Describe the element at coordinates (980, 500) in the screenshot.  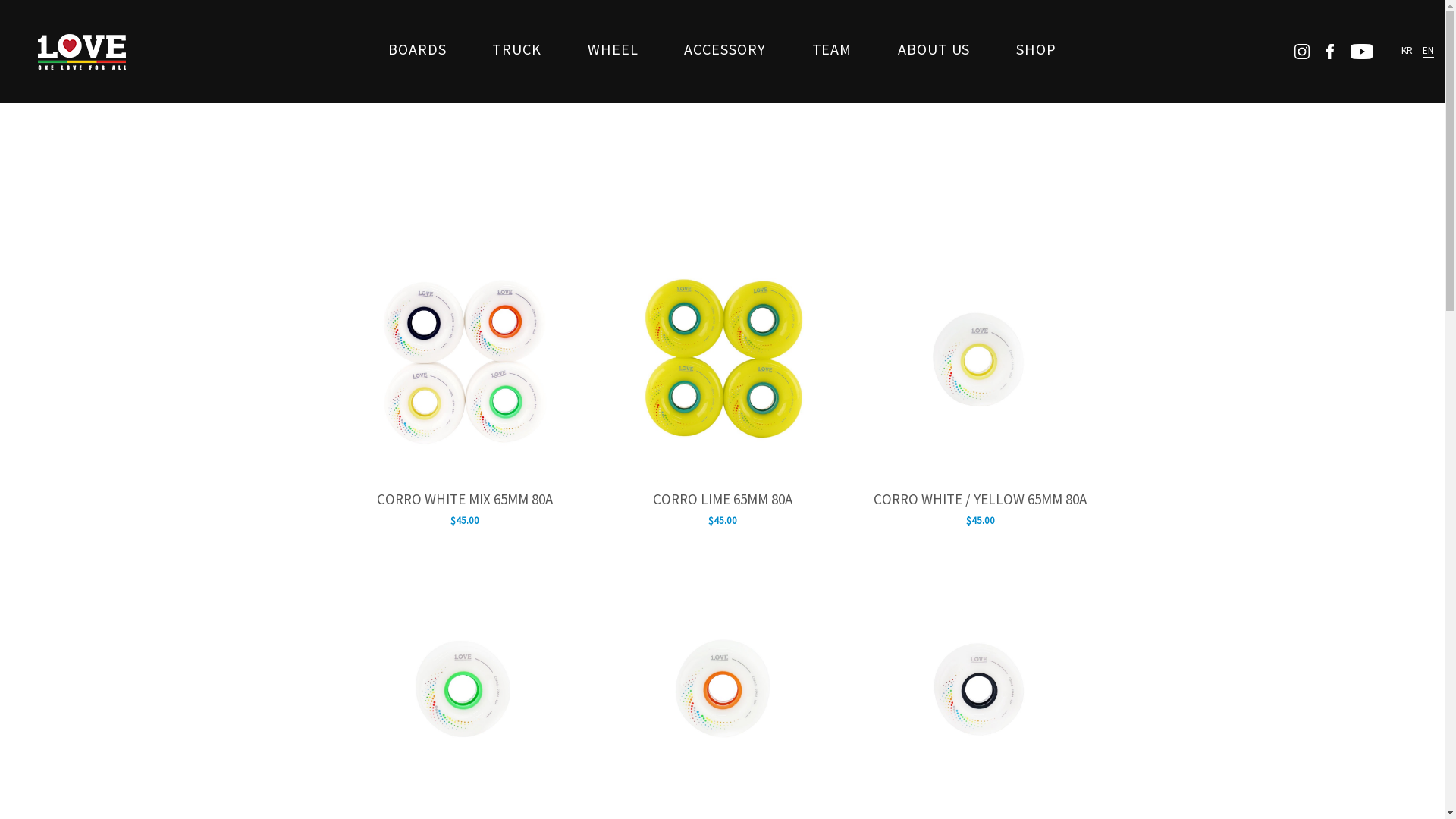
I see `'CORRO WHITE / YELLOW 65MM 80A'` at that location.